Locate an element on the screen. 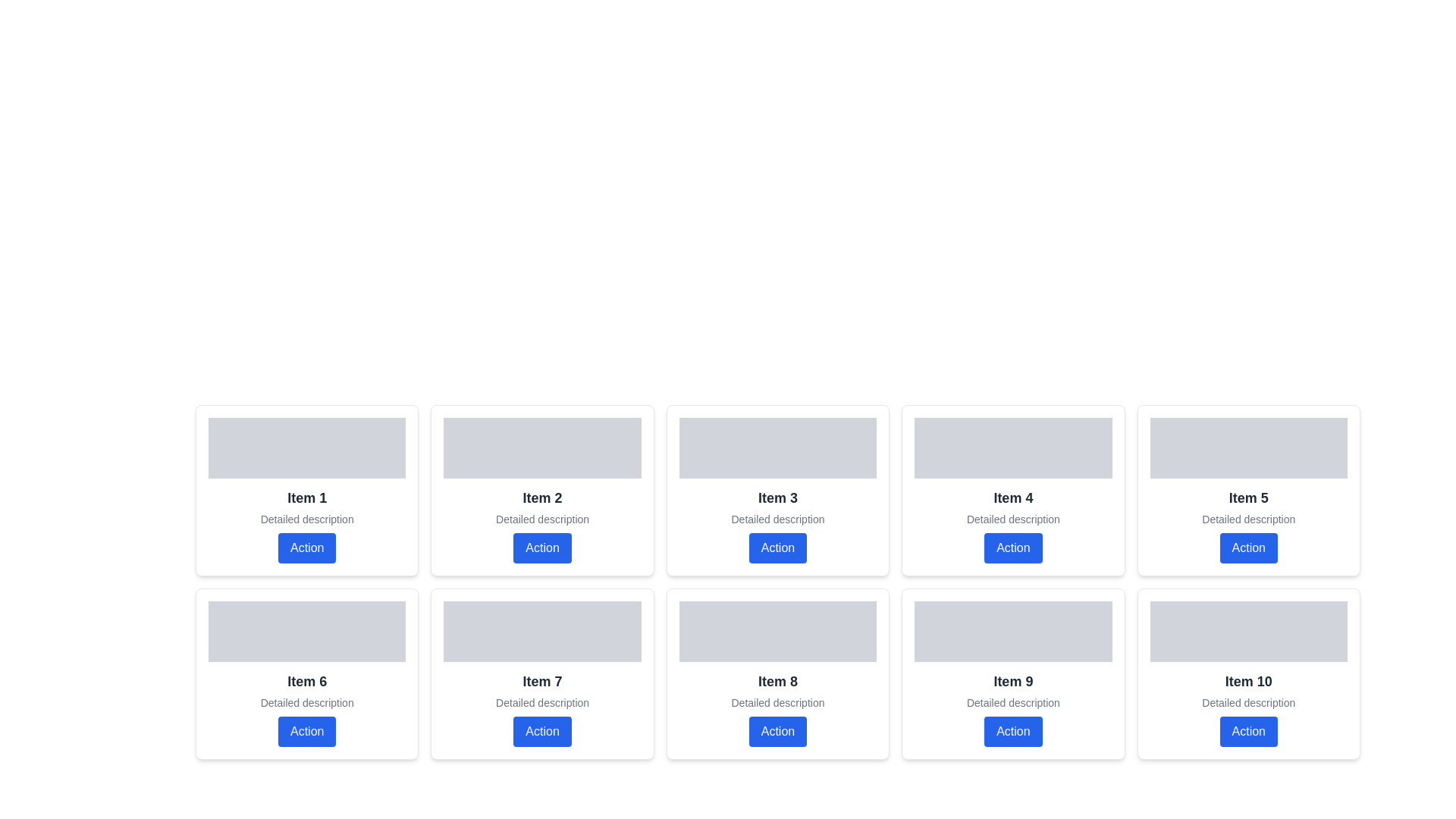 This screenshot has height=819, width=1456. the rectangular button labeled 'Action' with a blue background and white text, located below the text 'Detailed description' in the card labeled 'Item 6', to observe the hover effect is located at coordinates (306, 730).